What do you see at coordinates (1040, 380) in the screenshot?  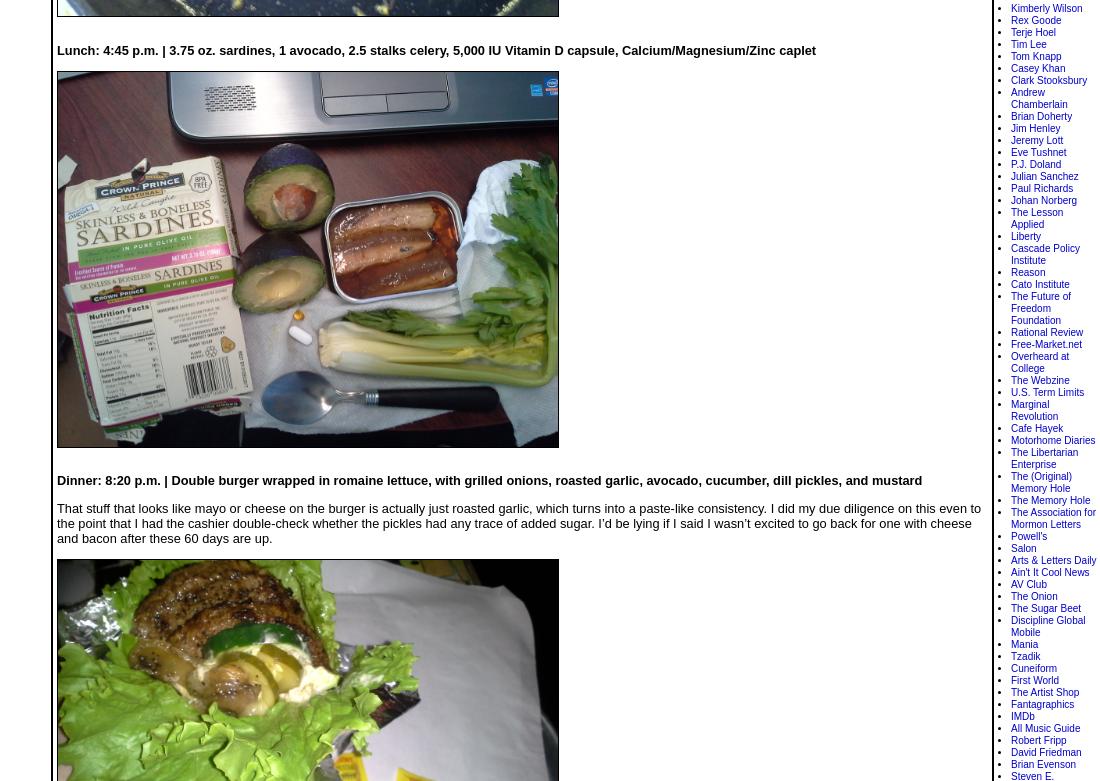 I see `'The Webzine'` at bounding box center [1040, 380].